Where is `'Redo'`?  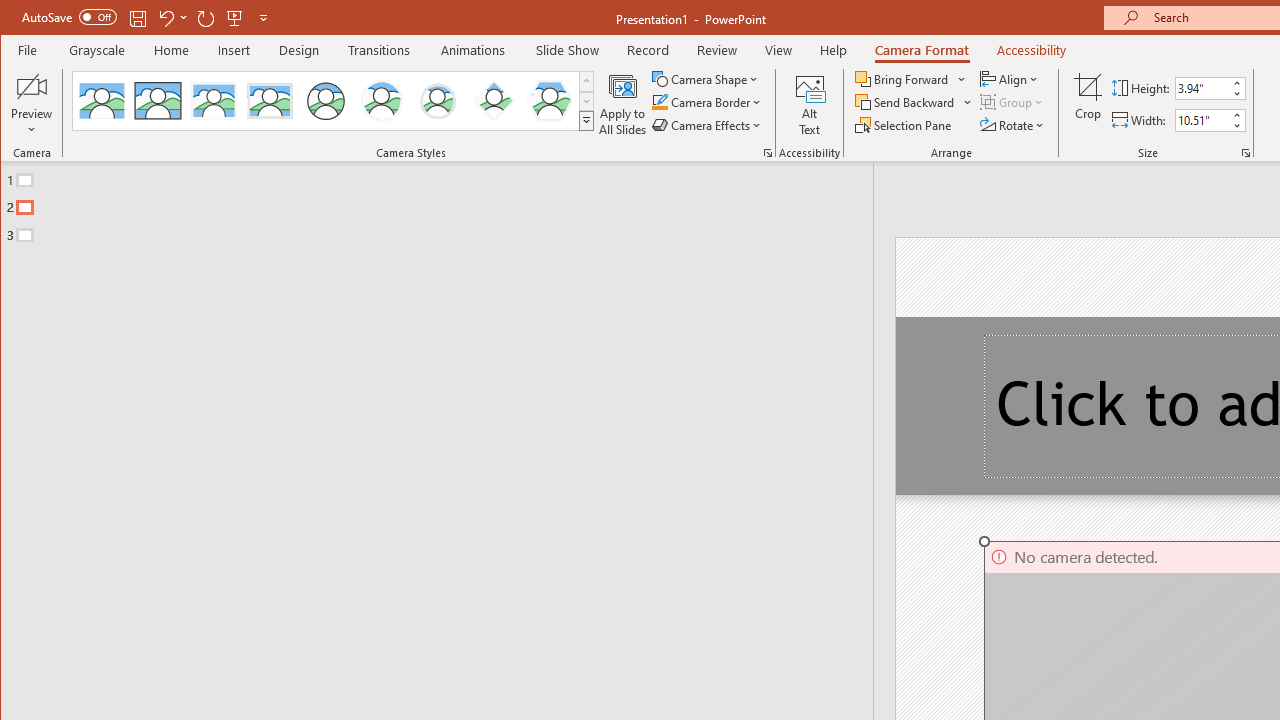
'Redo' is located at coordinates (206, 17).